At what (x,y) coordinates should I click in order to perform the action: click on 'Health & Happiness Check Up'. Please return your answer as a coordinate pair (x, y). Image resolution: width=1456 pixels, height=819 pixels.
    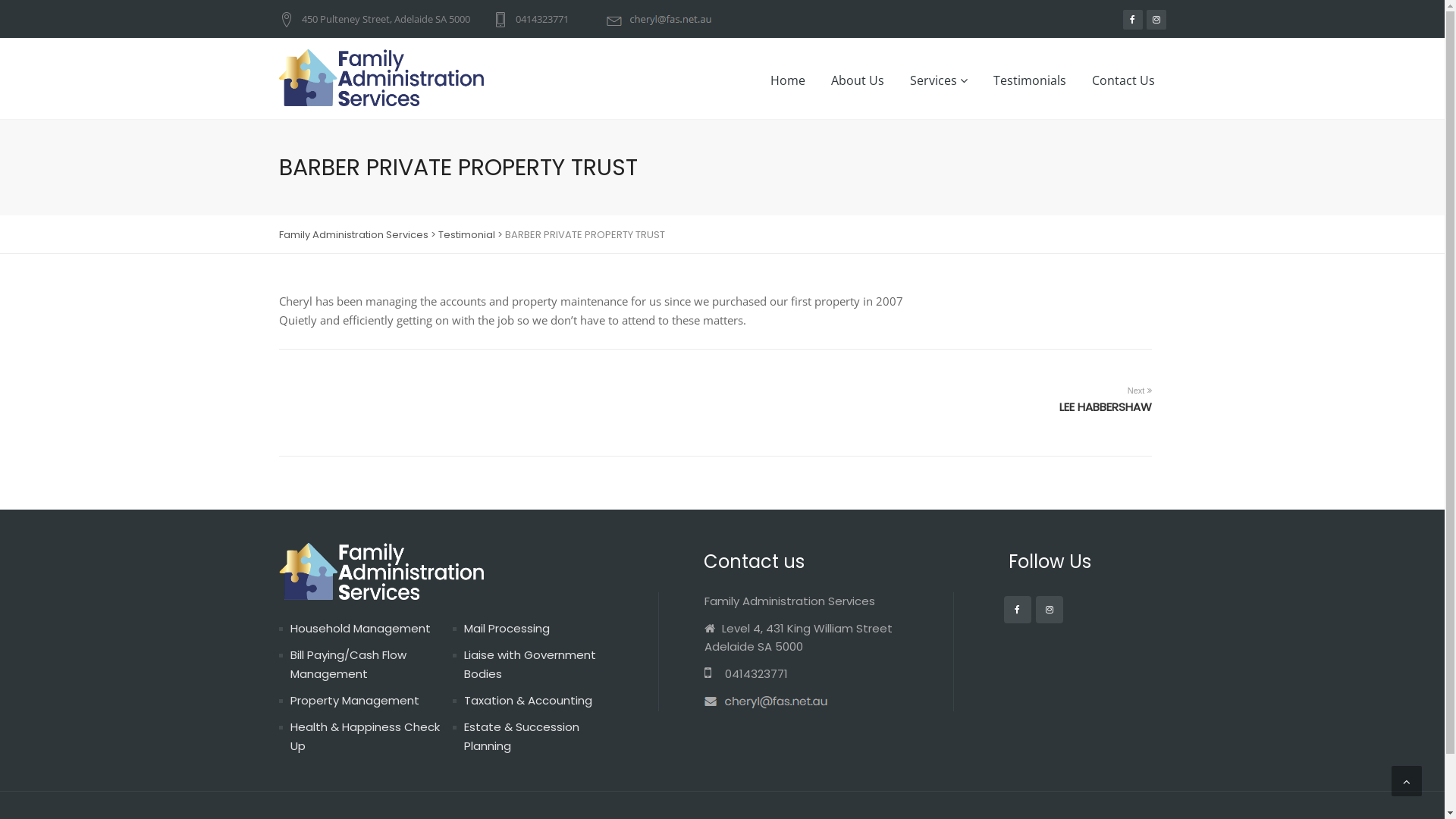
    Looking at the image, I should click on (364, 736).